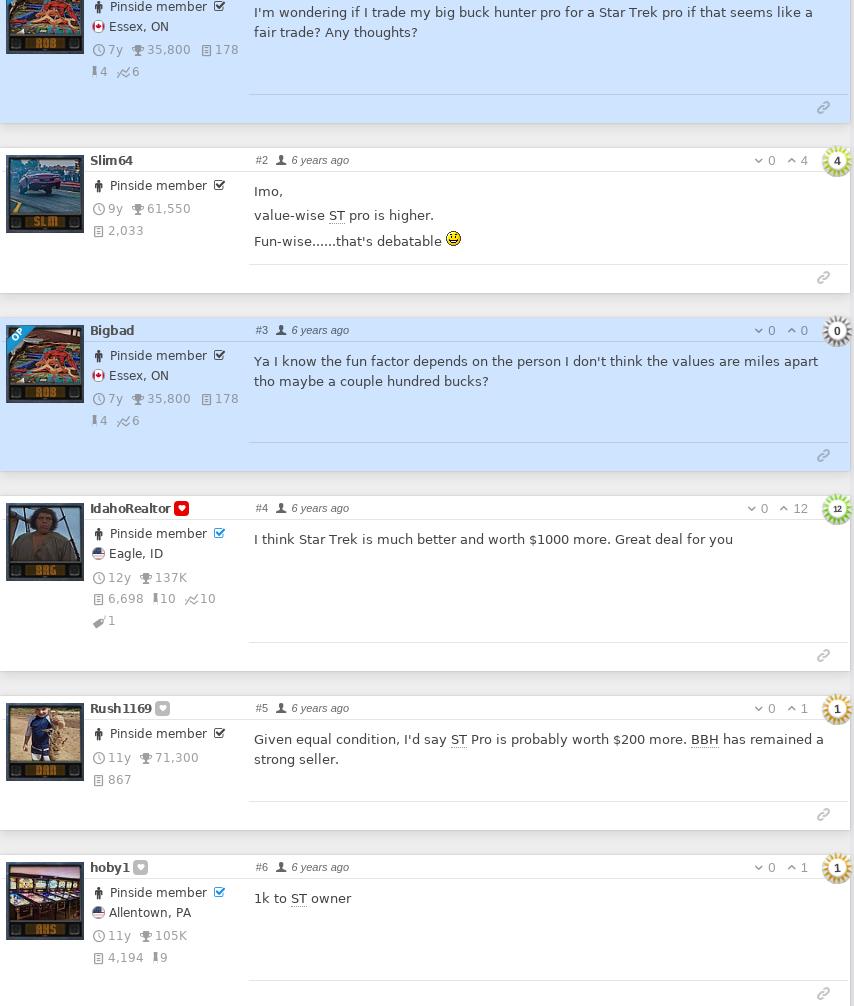 This screenshot has width=854, height=1006. Describe the element at coordinates (7, 332) in the screenshot. I see `'OP'` at that location.